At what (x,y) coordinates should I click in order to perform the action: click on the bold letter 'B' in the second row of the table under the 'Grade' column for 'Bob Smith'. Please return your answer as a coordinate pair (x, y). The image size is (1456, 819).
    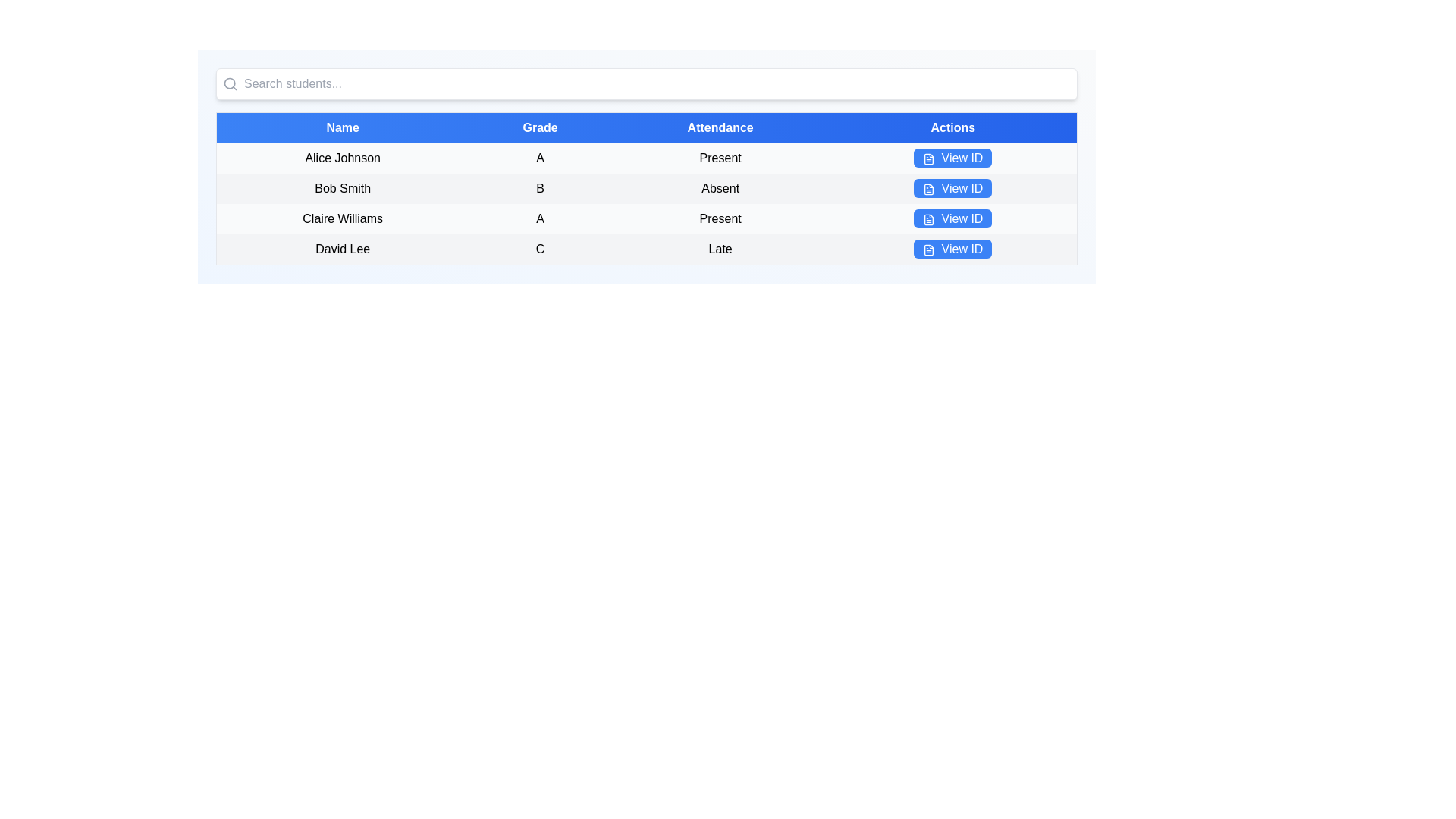
    Looking at the image, I should click on (540, 188).